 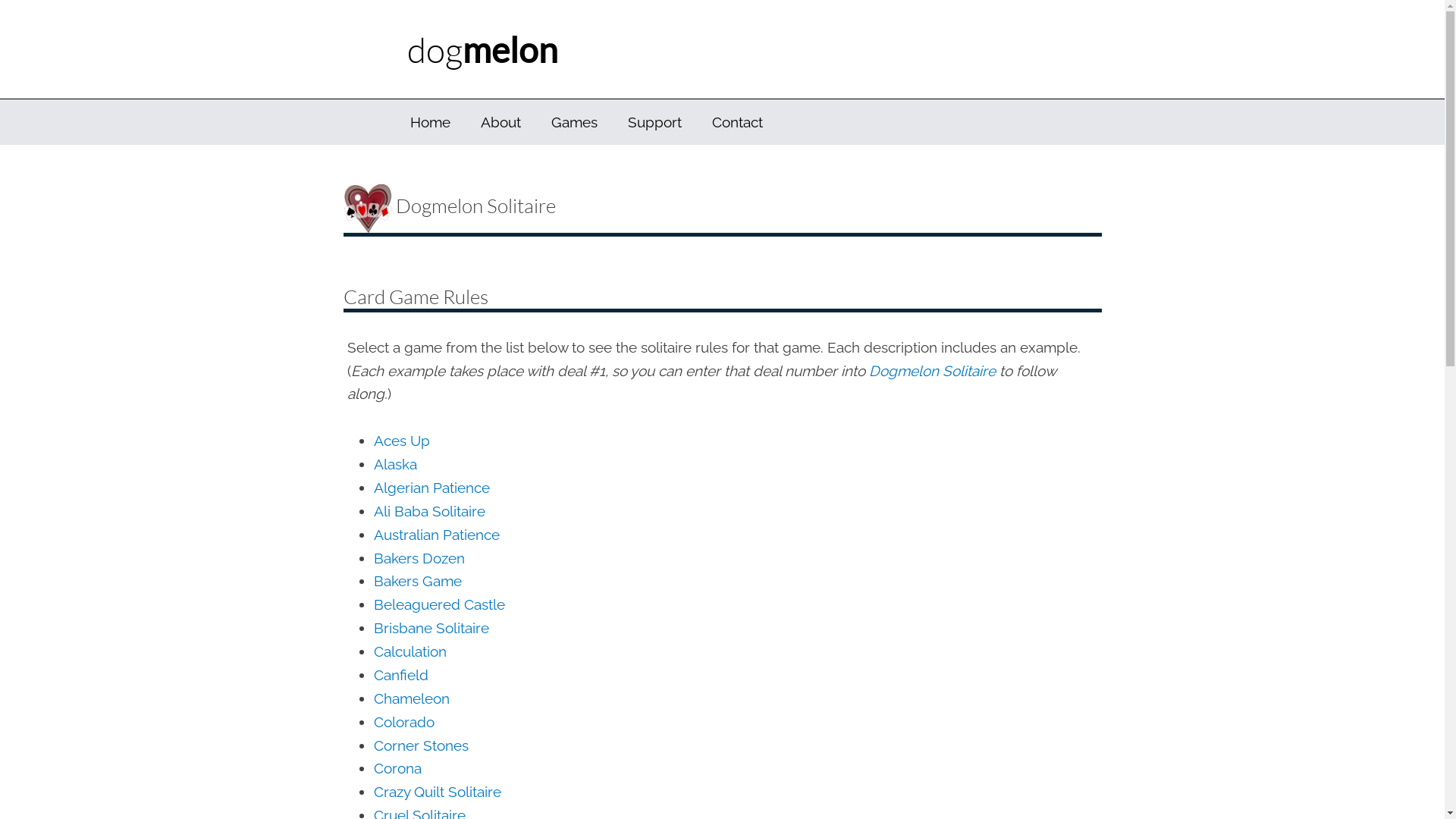 I want to click on 'Home', so click(x=428, y=121).